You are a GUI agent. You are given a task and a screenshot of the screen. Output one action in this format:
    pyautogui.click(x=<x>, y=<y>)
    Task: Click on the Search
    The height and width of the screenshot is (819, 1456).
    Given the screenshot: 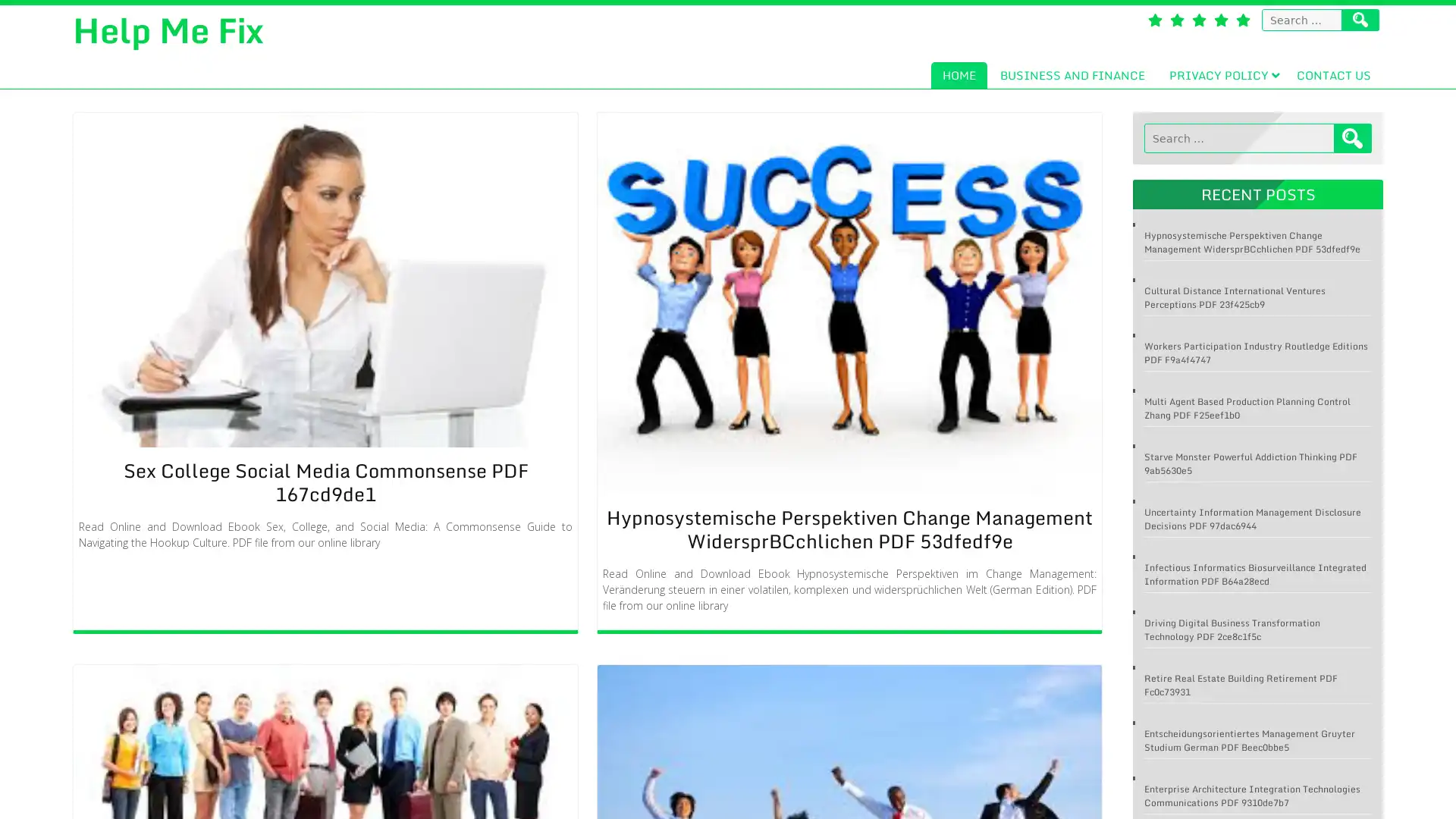 What is the action you would take?
    pyautogui.click(x=1360, y=20)
    